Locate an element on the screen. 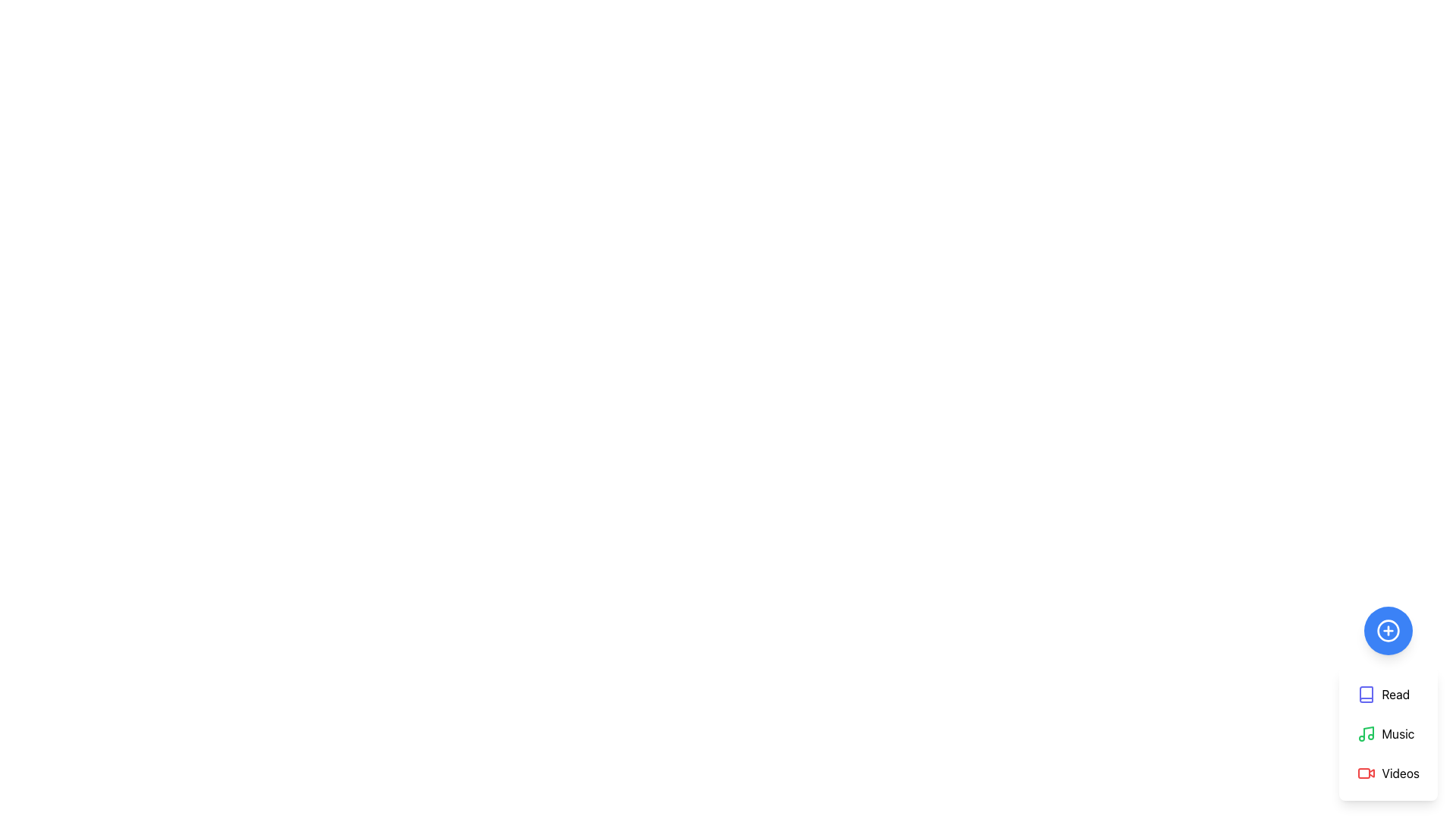  the first menu option located below the '+' circular button in the bottom-right corner of the interface is located at coordinates (1389, 704).